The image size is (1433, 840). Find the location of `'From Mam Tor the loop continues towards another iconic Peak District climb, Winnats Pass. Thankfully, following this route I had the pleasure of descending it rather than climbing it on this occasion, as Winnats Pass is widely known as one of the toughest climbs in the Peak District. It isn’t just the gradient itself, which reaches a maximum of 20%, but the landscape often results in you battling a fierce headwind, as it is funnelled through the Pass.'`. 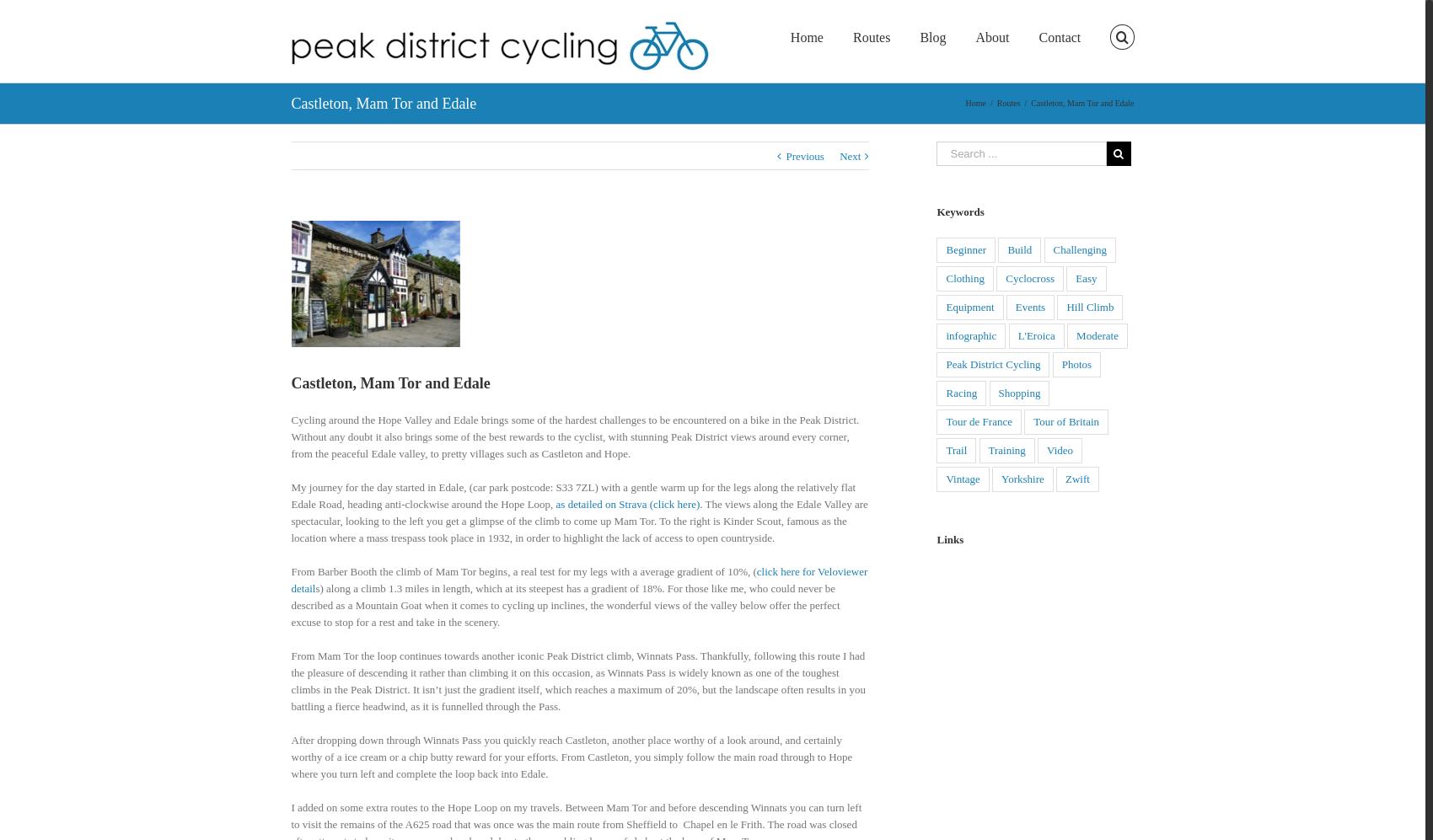

'From Mam Tor the loop continues towards another iconic Peak District climb, Winnats Pass. Thankfully, following this route I had the pleasure of descending it rather than climbing it on this occasion, as Winnats Pass is widely known as one of the toughest climbs in the Peak District. It isn’t just the gradient itself, which reaches a maximum of 20%, but the landscape often results in you battling a fierce headwind, as it is funnelled through the Pass.' is located at coordinates (289, 679).